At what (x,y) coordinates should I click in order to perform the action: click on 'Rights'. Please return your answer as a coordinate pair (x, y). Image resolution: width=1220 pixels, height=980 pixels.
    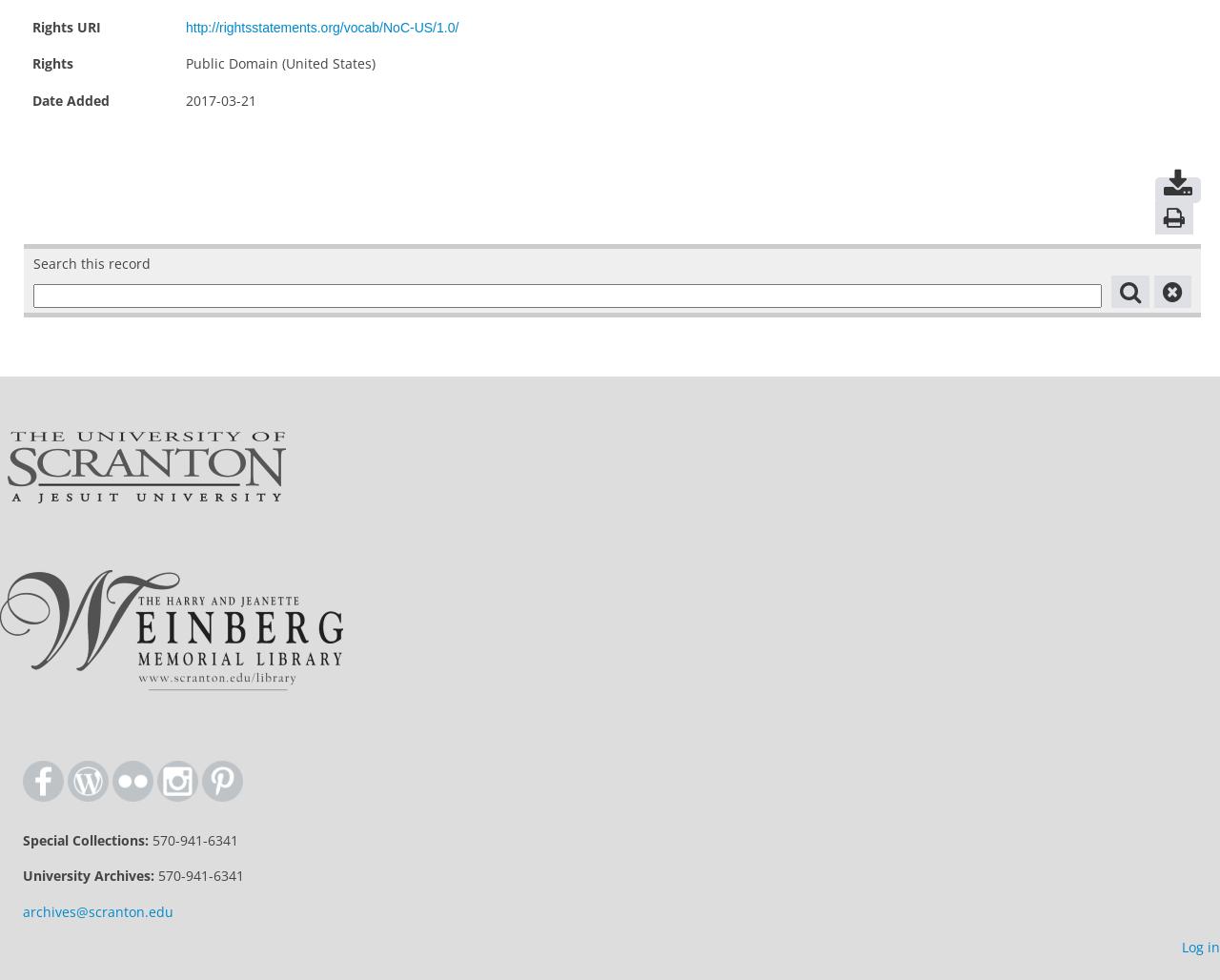
    Looking at the image, I should click on (52, 62).